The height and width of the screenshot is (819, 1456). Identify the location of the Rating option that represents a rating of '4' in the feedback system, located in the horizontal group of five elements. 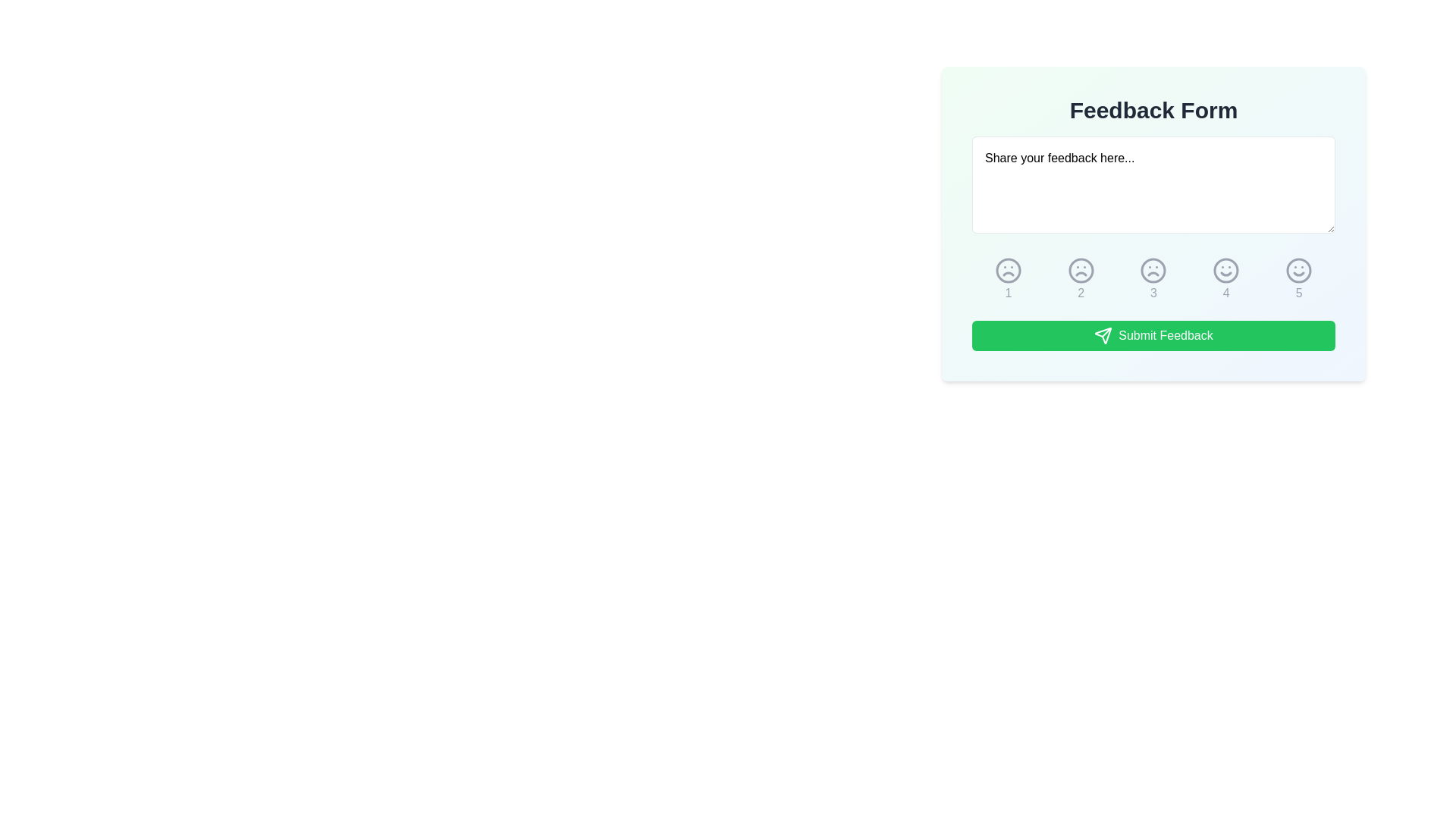
(1226, 280).